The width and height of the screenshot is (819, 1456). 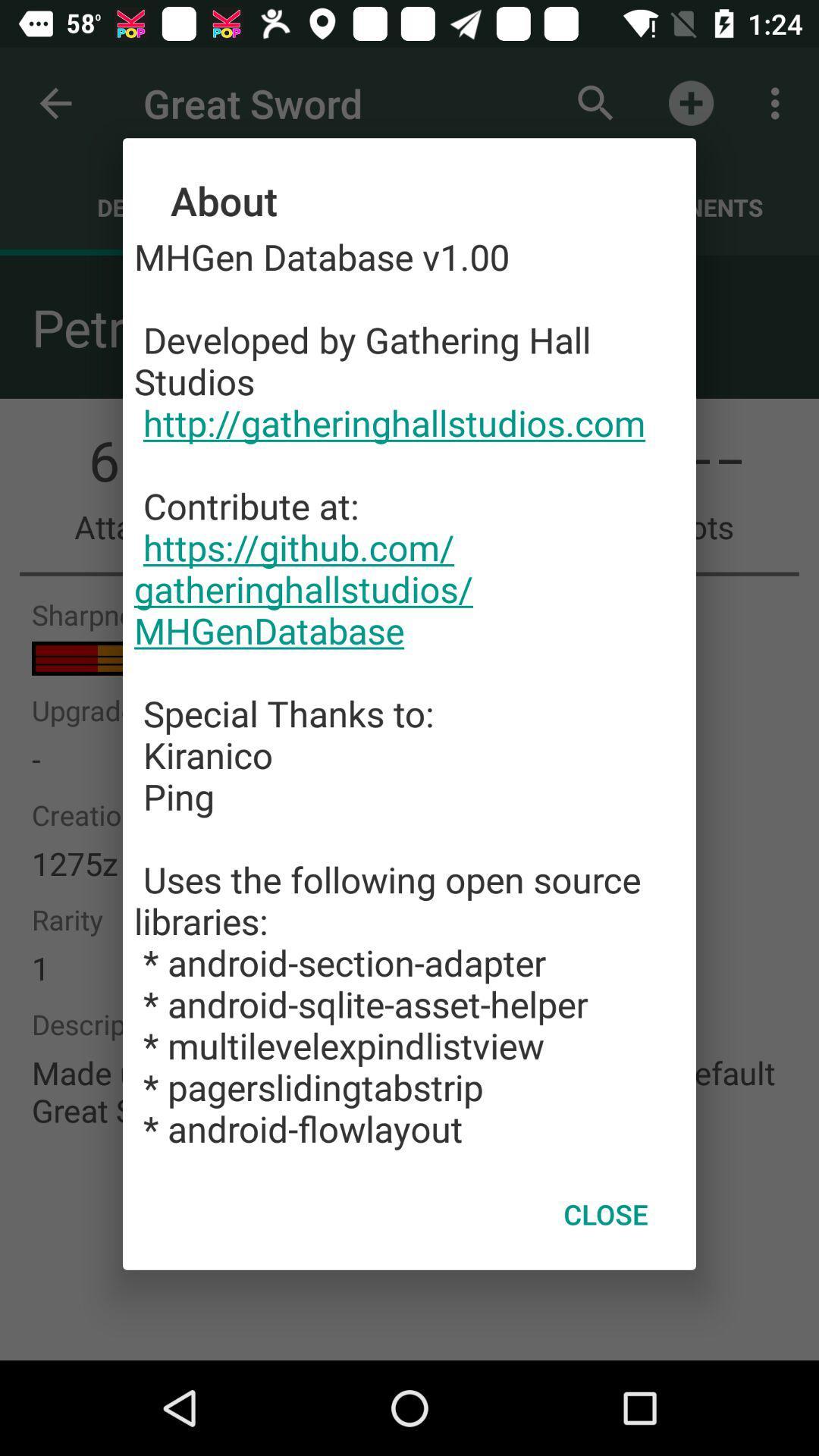 I want to click on the close icon, so click(x=605, y=1214).